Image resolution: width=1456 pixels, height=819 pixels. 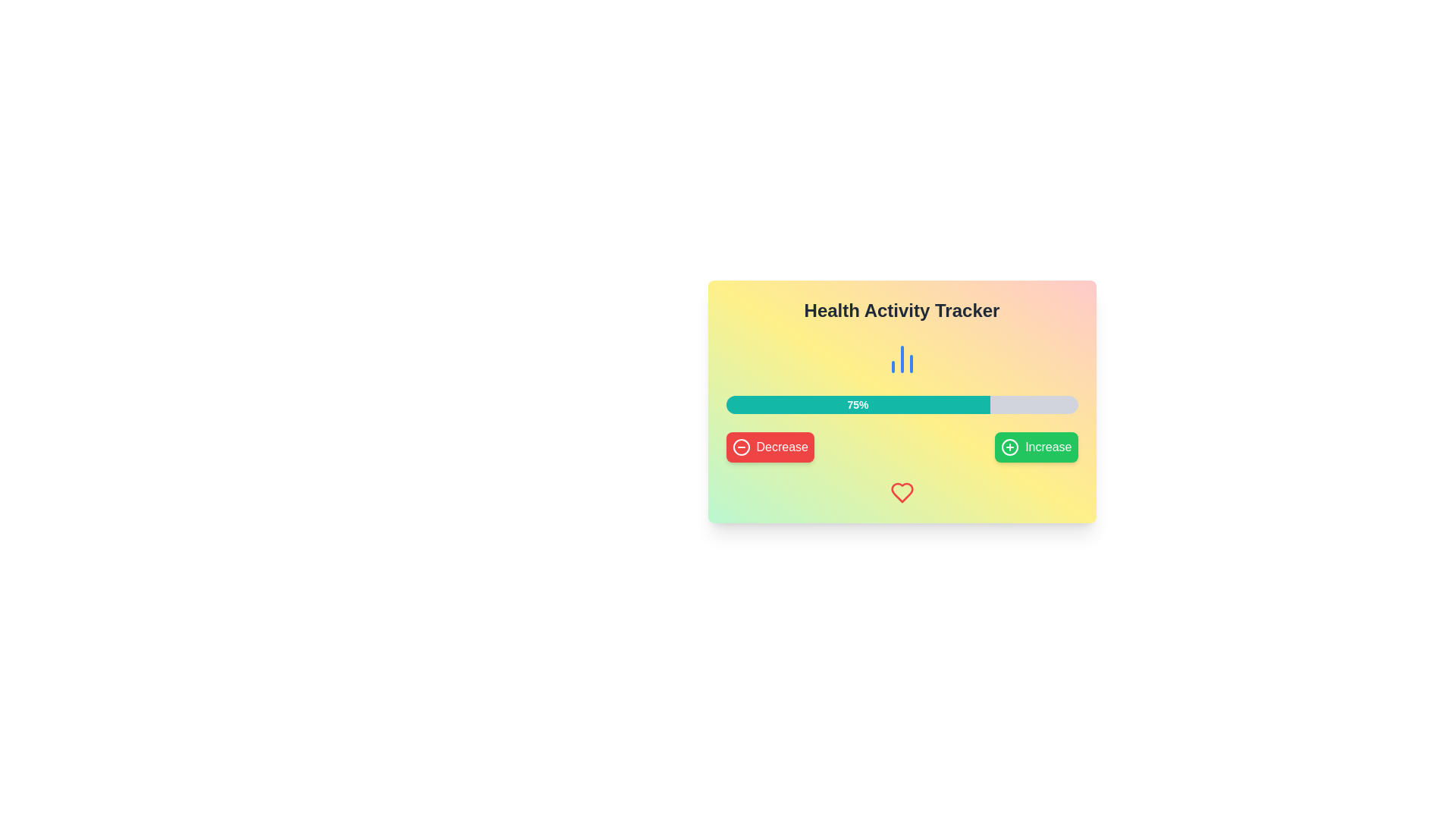 I want to click on the icon within the 'Increase' button, so click(x=1010, y=447).